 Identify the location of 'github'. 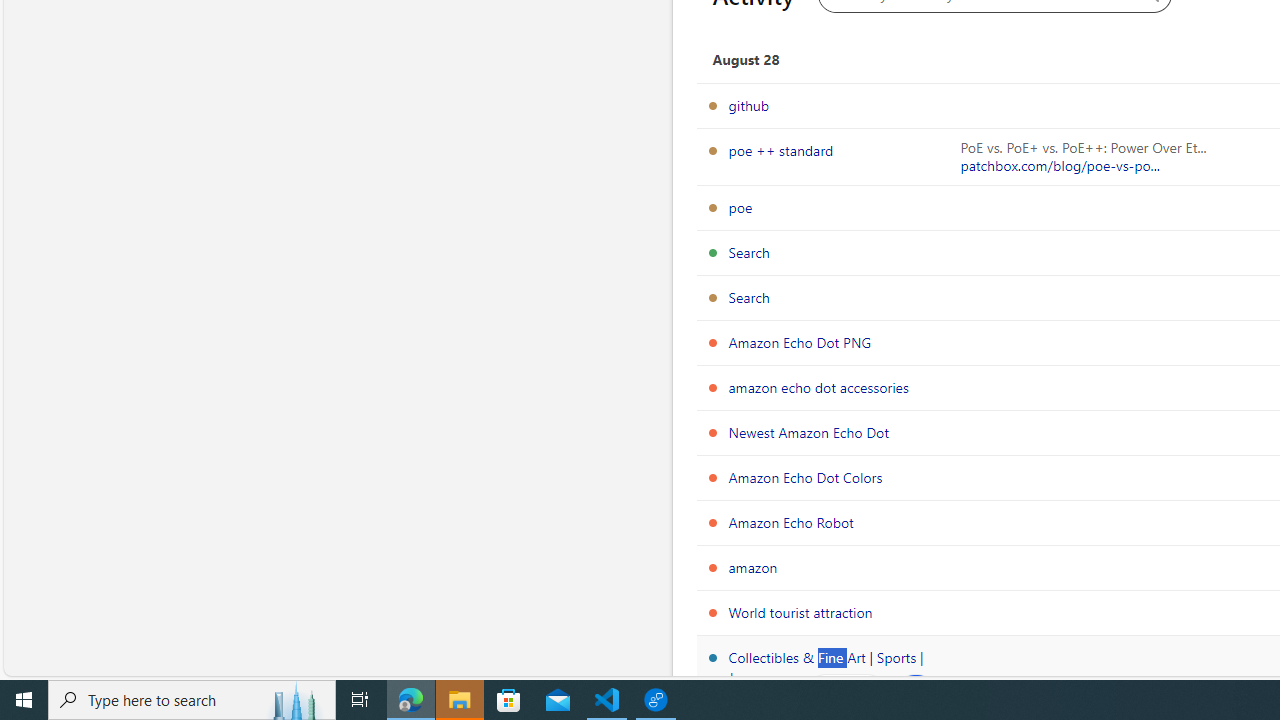
(747, 105).